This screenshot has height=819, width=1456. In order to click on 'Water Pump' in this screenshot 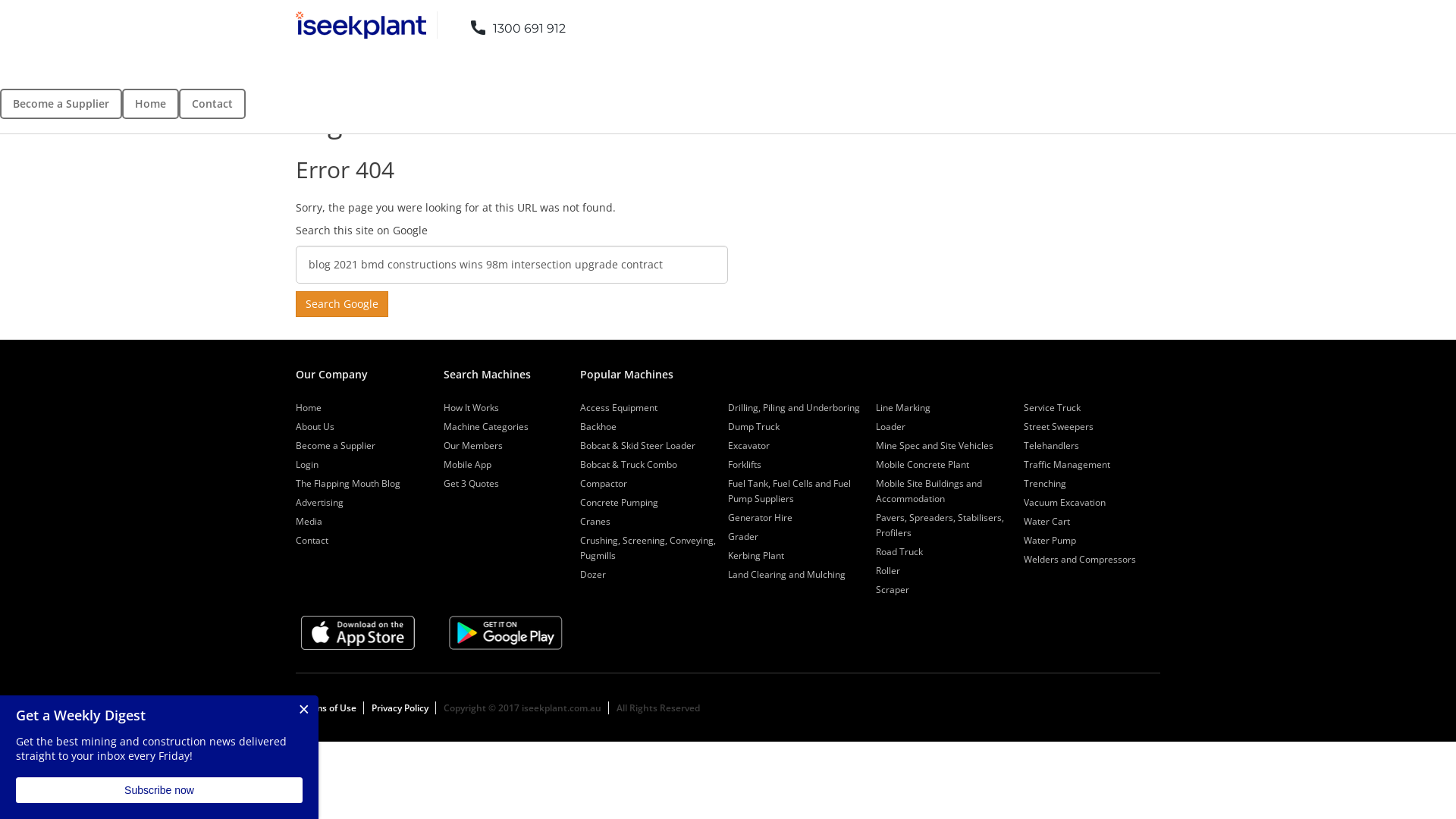, I will do `click(1049, 539)`.